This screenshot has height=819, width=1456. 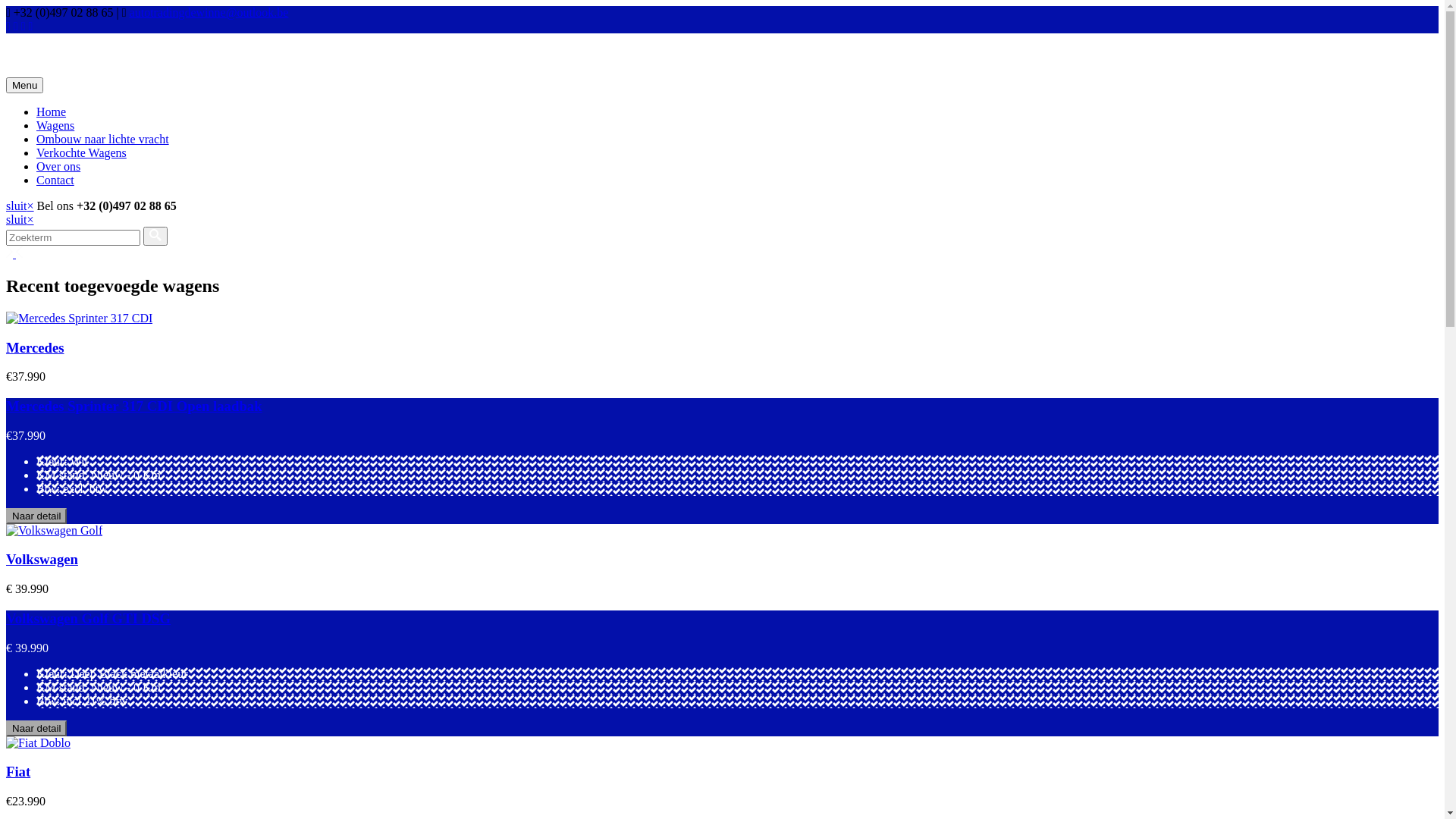 I want to click on ' Mercedes   Sprinter 317 CDI', so click(x=78, y=317).